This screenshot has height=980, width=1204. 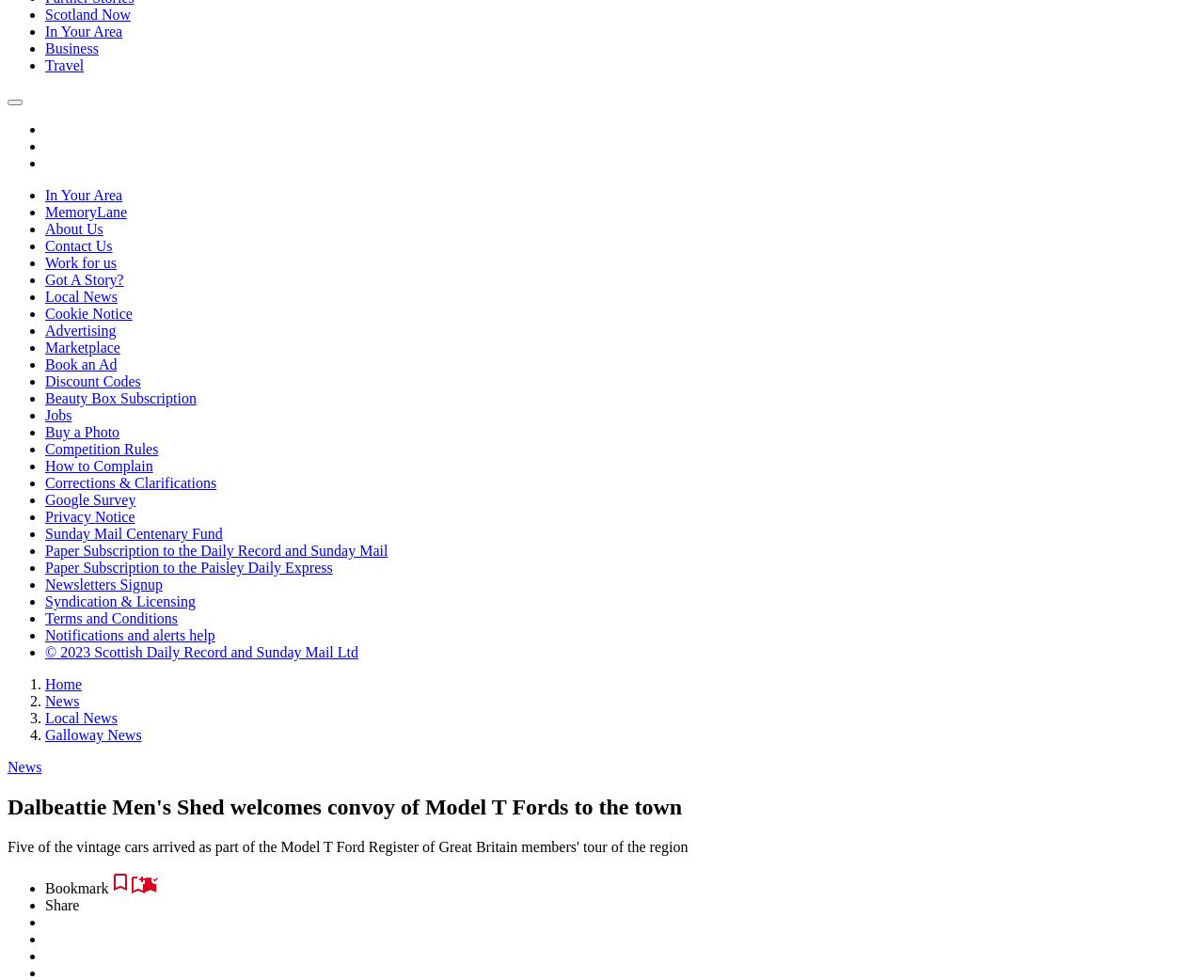 I want to click on 'Book an Ad', so click(x=80, y=363).